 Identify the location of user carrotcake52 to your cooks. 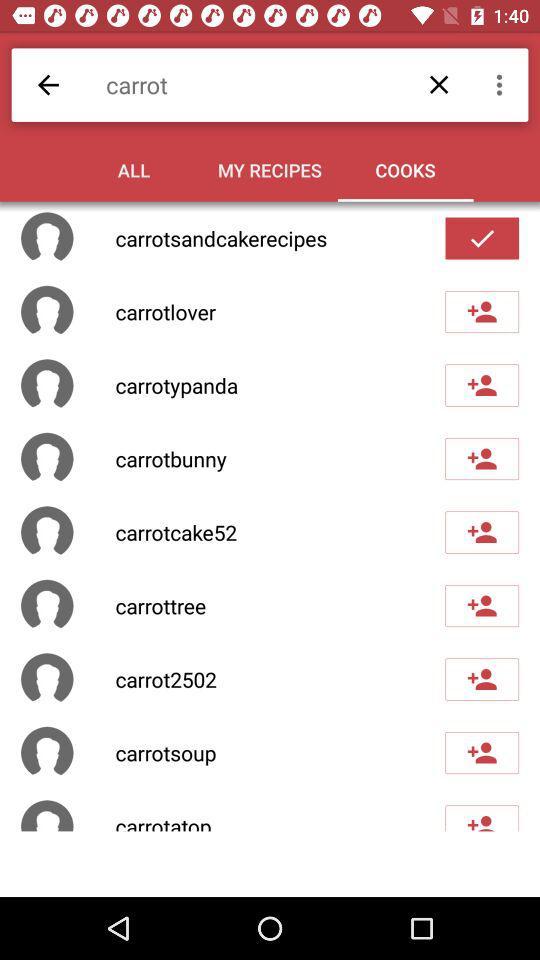
(481, 531).